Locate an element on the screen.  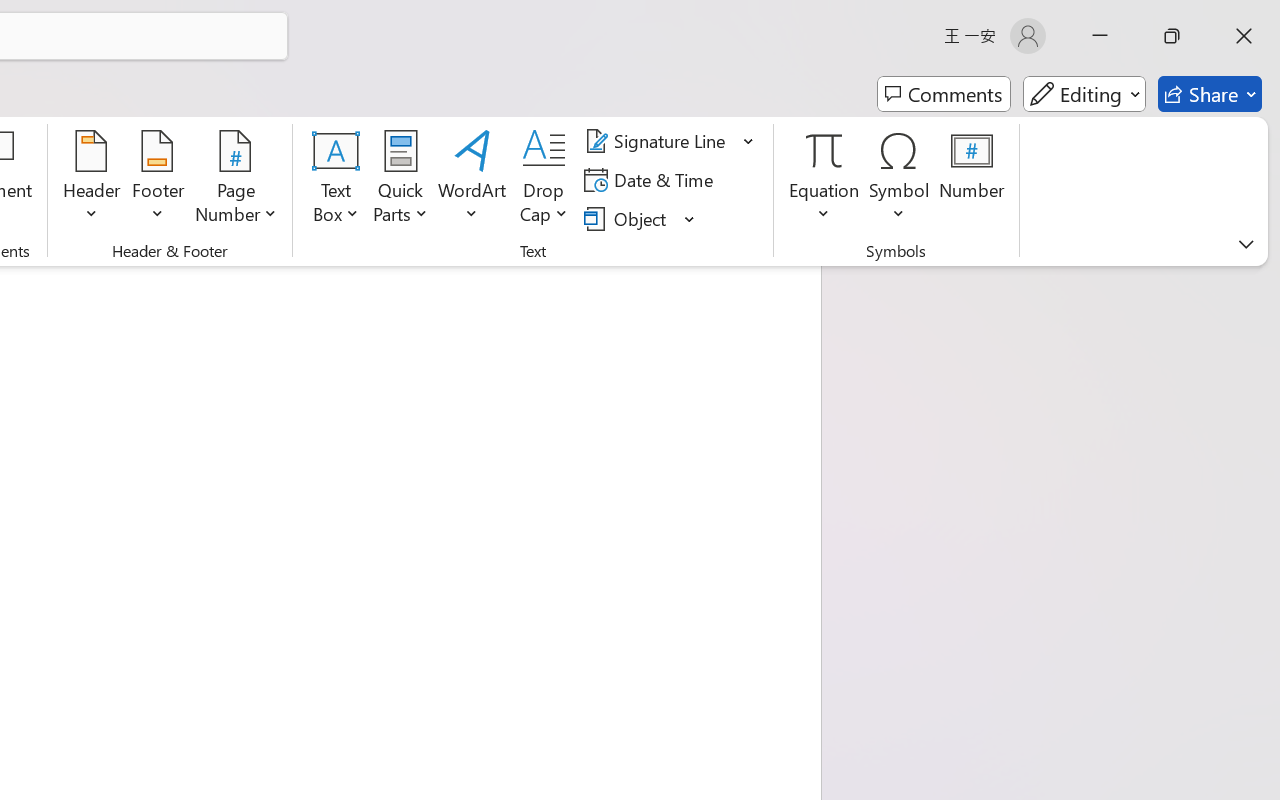
'Share' is located at coordinates (1209, 94).